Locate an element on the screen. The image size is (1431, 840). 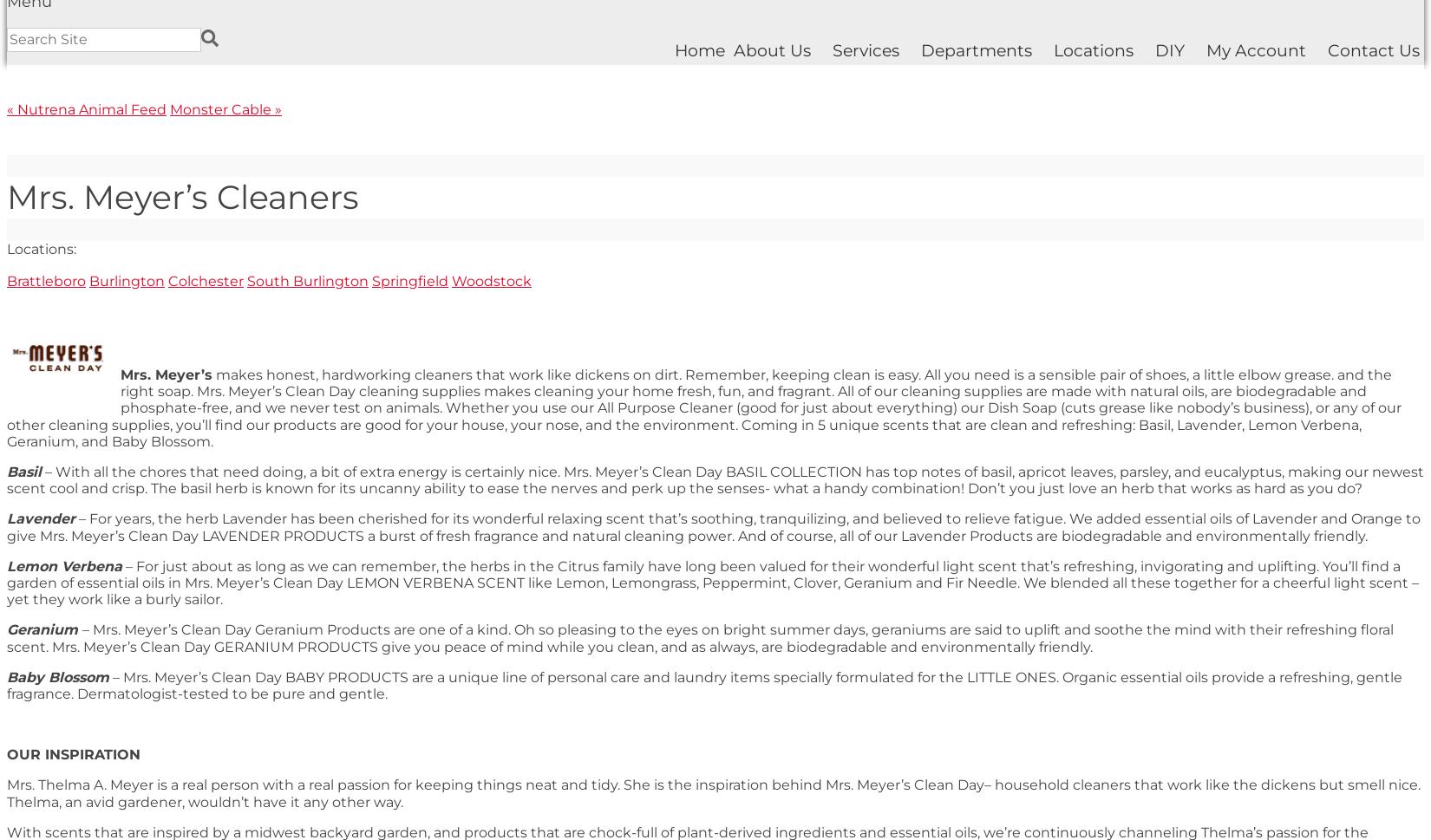
'We make intelligent, responsible raw material choices, and whenever possible, obtain materials from renewable plant resources such as coconut, corn, soy or olive. At times we choose to use non-plant-derived material for reasons of efficacy, consistency and safety. Our products do not contain chlorine bleach, ammonia, petroleum distillates, parabens, phosphates or phthalates. We use concentrated, biodegradable formulas and at least 25% post-consumer plastic in our bottles. We do not test on animals.' is located at coordinates (700, 449).